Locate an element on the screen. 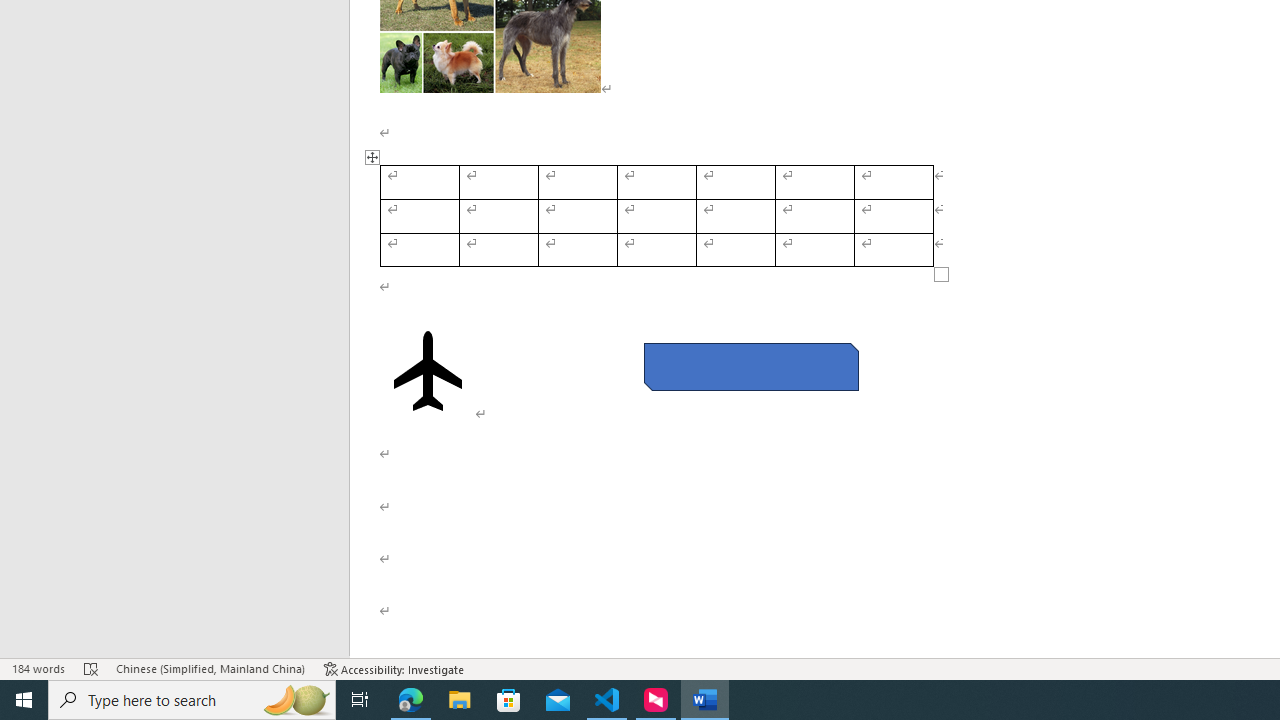  'File Explorer' is located at coordinates (459, 698).